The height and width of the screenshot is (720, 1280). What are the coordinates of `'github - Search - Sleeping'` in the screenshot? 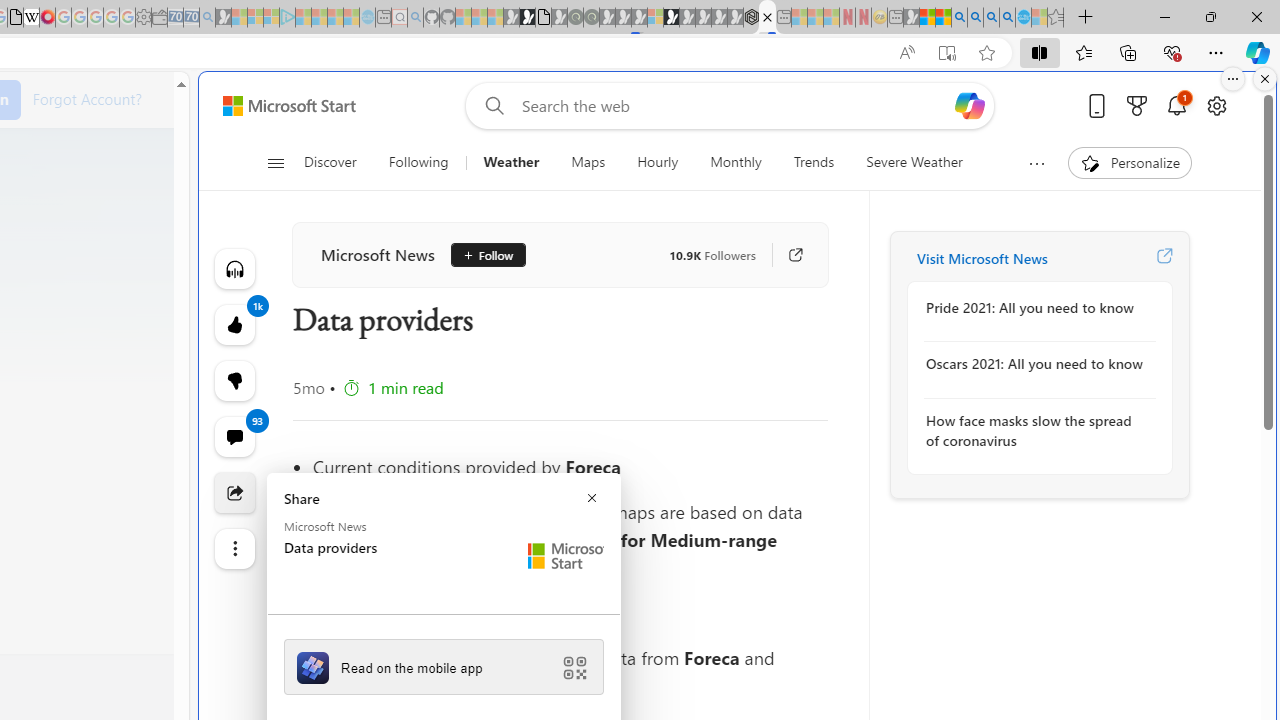 It's located at (415, 17).